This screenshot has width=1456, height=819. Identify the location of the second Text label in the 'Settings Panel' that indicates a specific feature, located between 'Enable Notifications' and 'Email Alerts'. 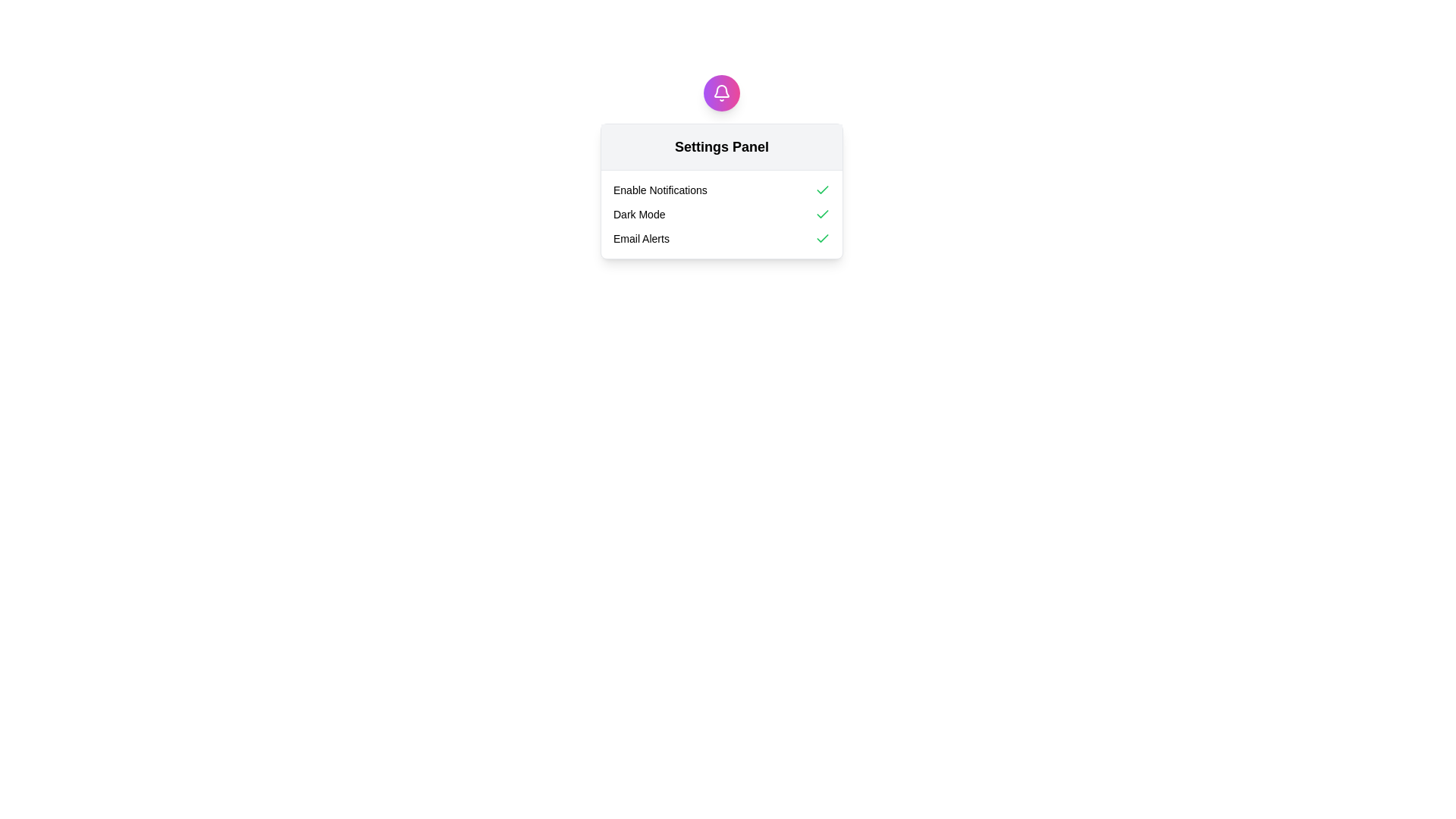
(639, 214).